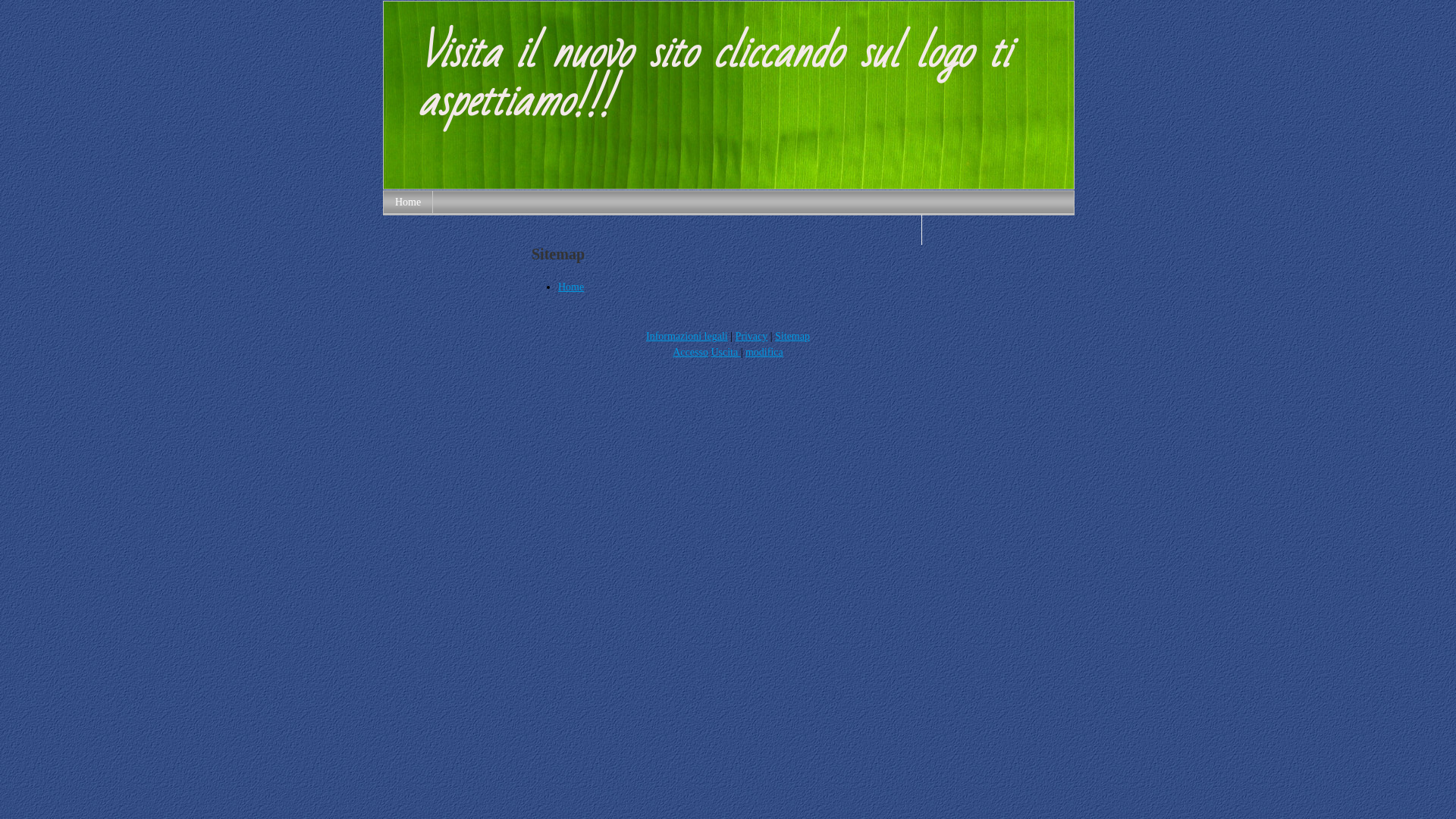  Describe the element at coordinates (686, 335) in the screenshot. I see `'Informazioni legali'` at that location.